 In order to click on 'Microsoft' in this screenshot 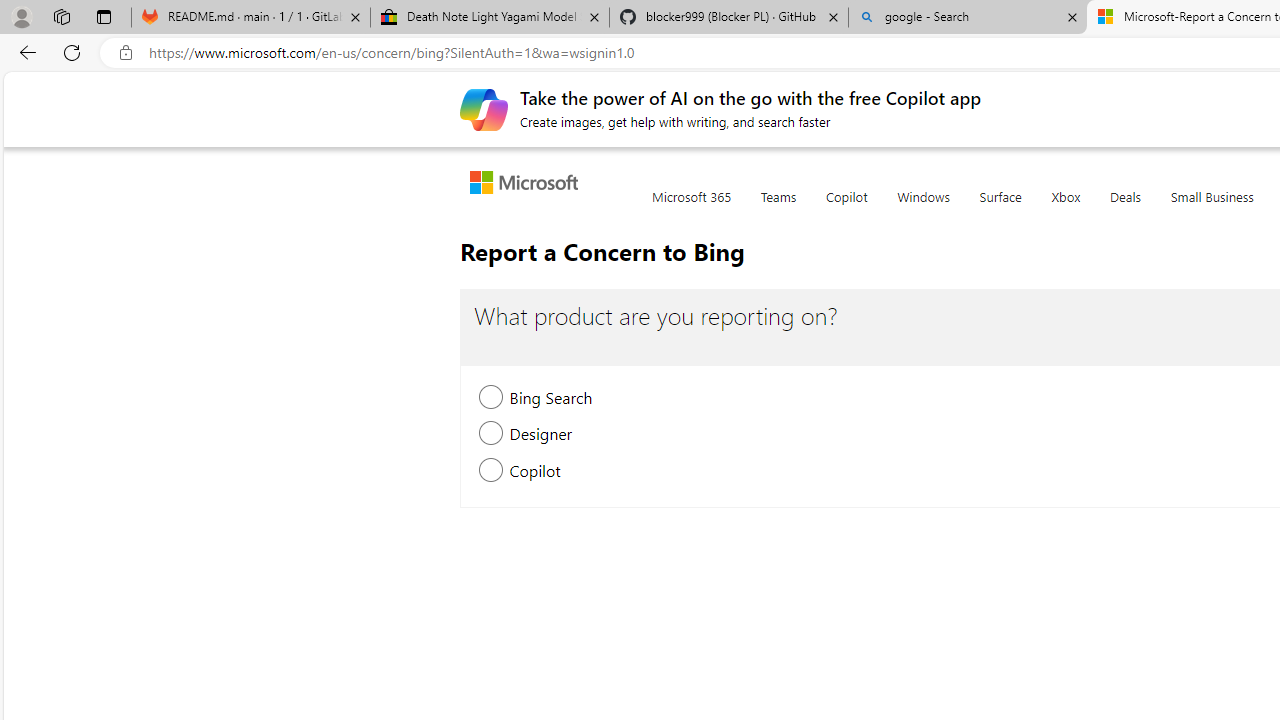, I will do `click(528, 184)`.